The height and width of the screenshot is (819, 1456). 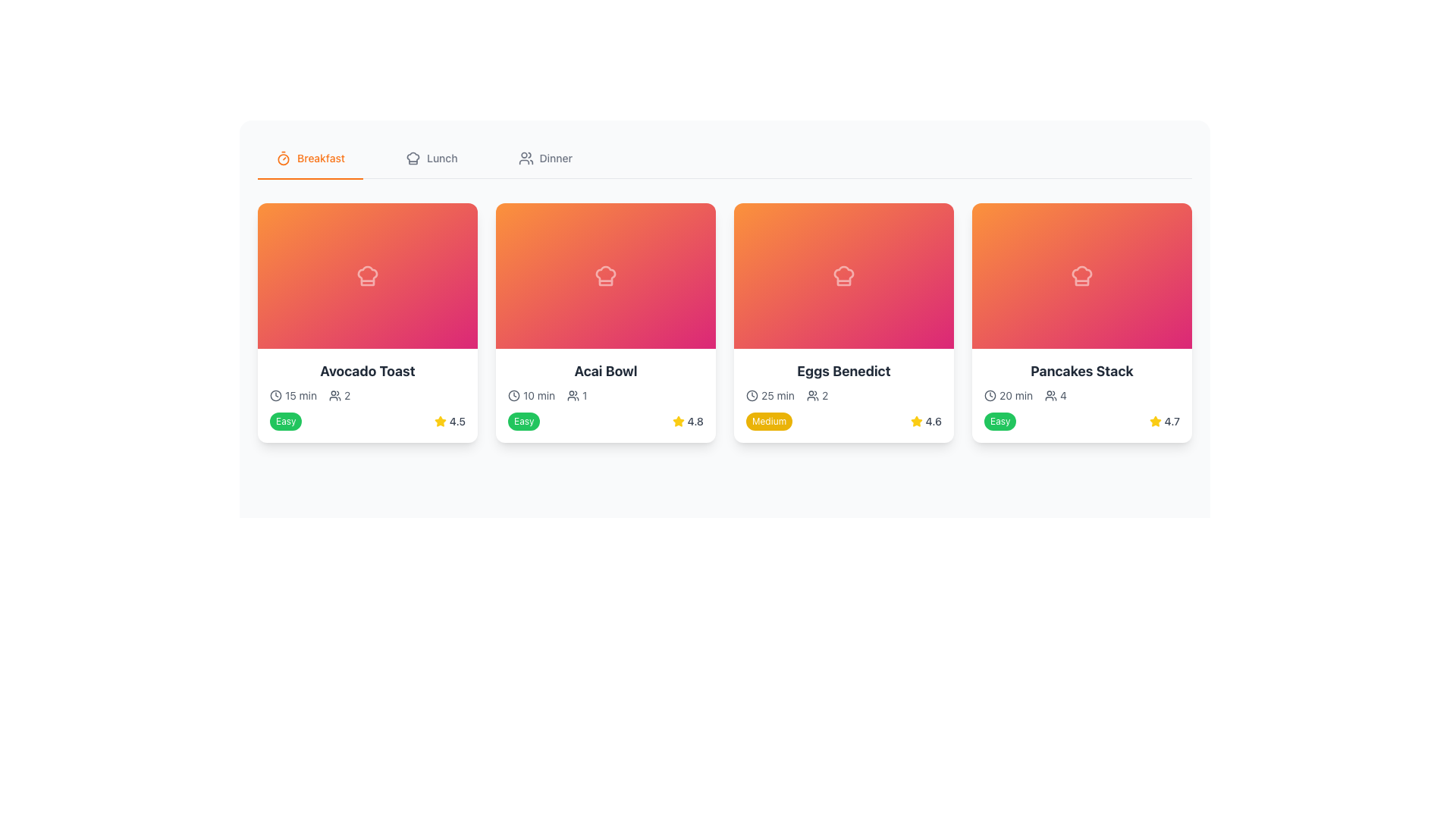 I want to click on displayed information from the text with icon located below the title 'Pancakes Stack' in the fourth card from the left, so click(x=1055, y=394).